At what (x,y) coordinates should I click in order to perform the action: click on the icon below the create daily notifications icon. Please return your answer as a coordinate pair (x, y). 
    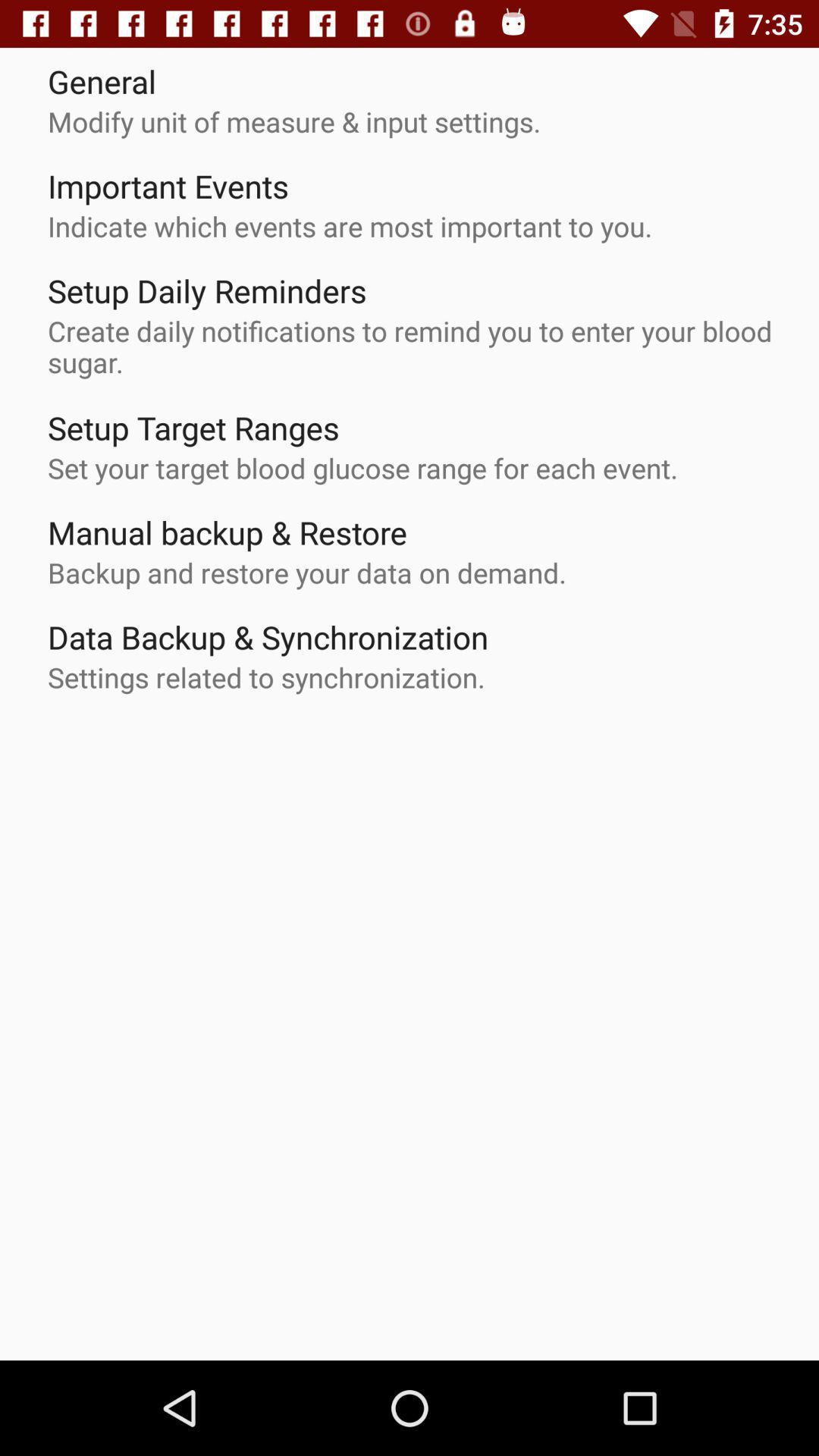
    Looking at the image, I should click on (193, 427).